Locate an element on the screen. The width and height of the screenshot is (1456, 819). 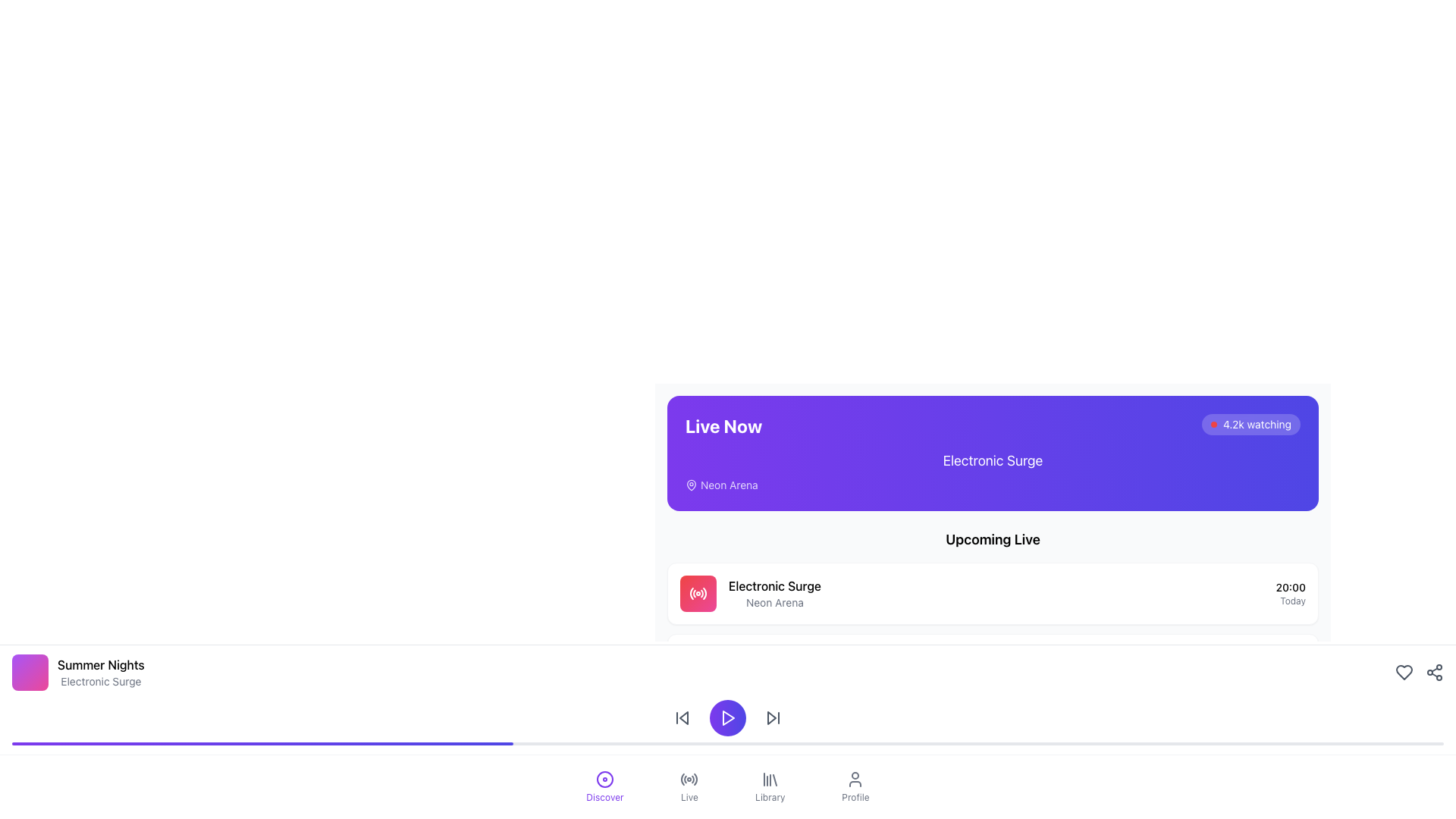
the 'Library' static text label located in the bottom navigation bar, which is the fourth item from the left, to check for additional tooltip information is located at coordinates (770, 797).